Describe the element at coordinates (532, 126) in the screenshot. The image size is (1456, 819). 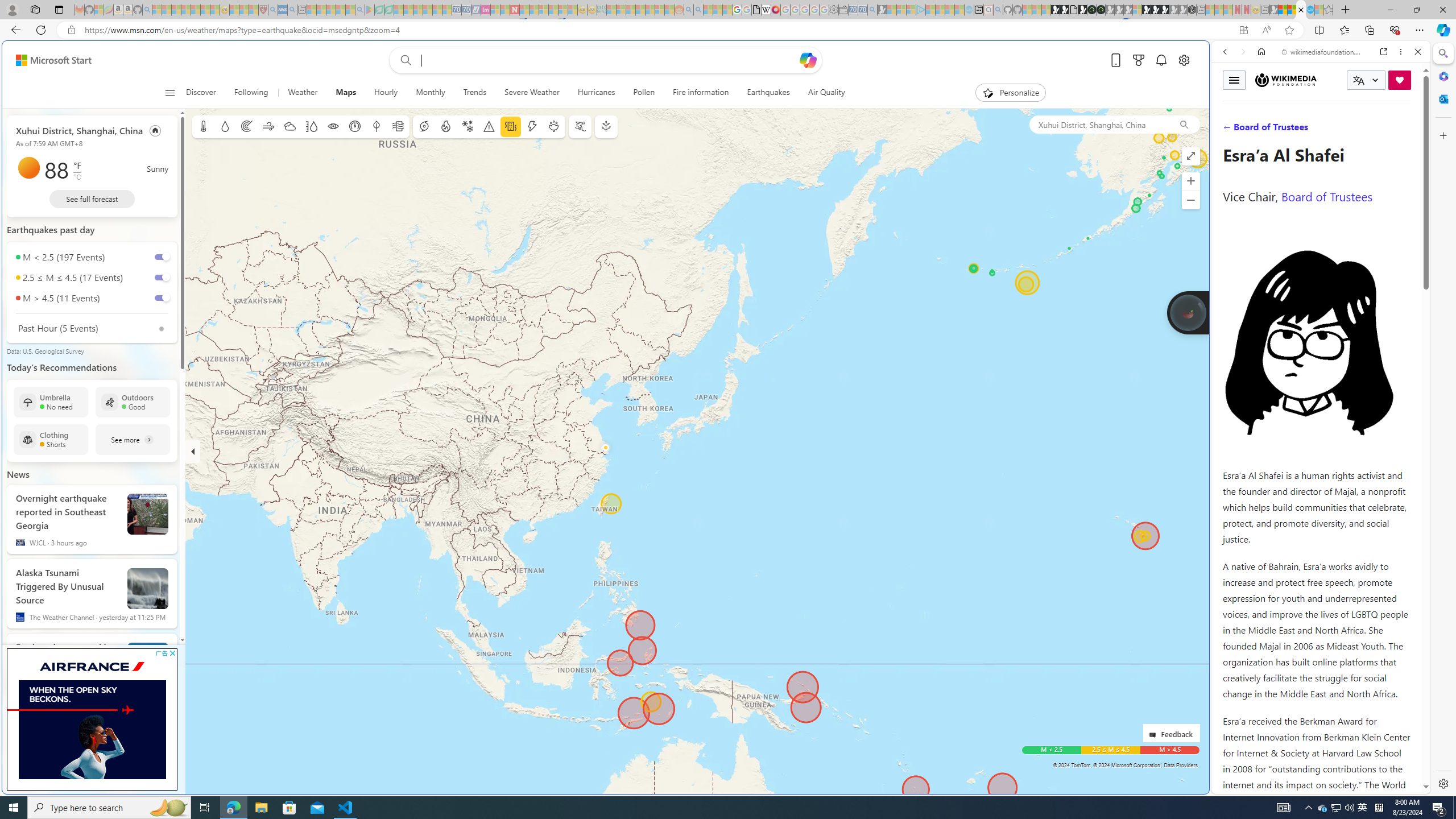
I see `'Lightning'` at that location.